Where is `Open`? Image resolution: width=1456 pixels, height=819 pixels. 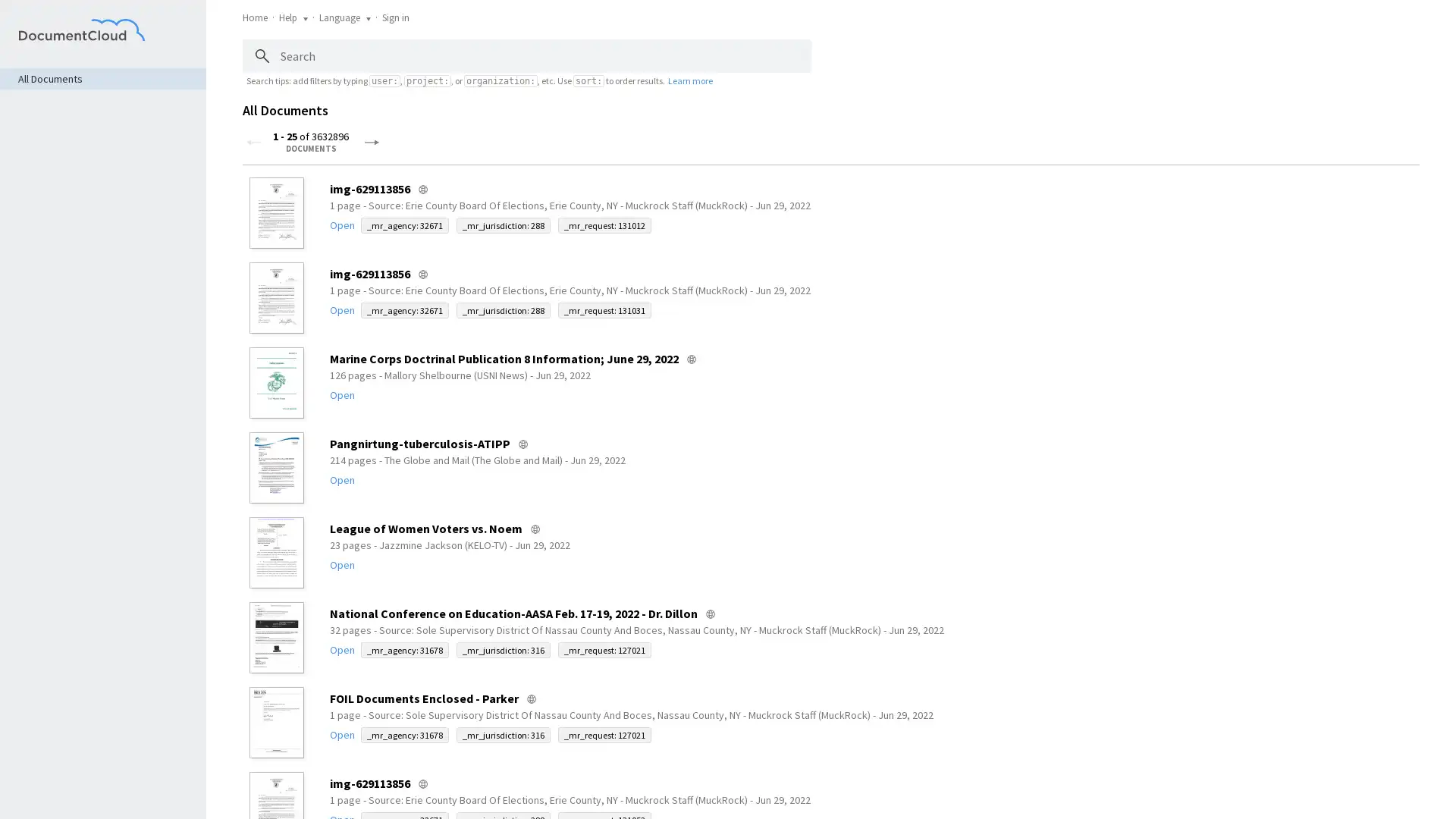 Open is located at coordinates (341, 225).